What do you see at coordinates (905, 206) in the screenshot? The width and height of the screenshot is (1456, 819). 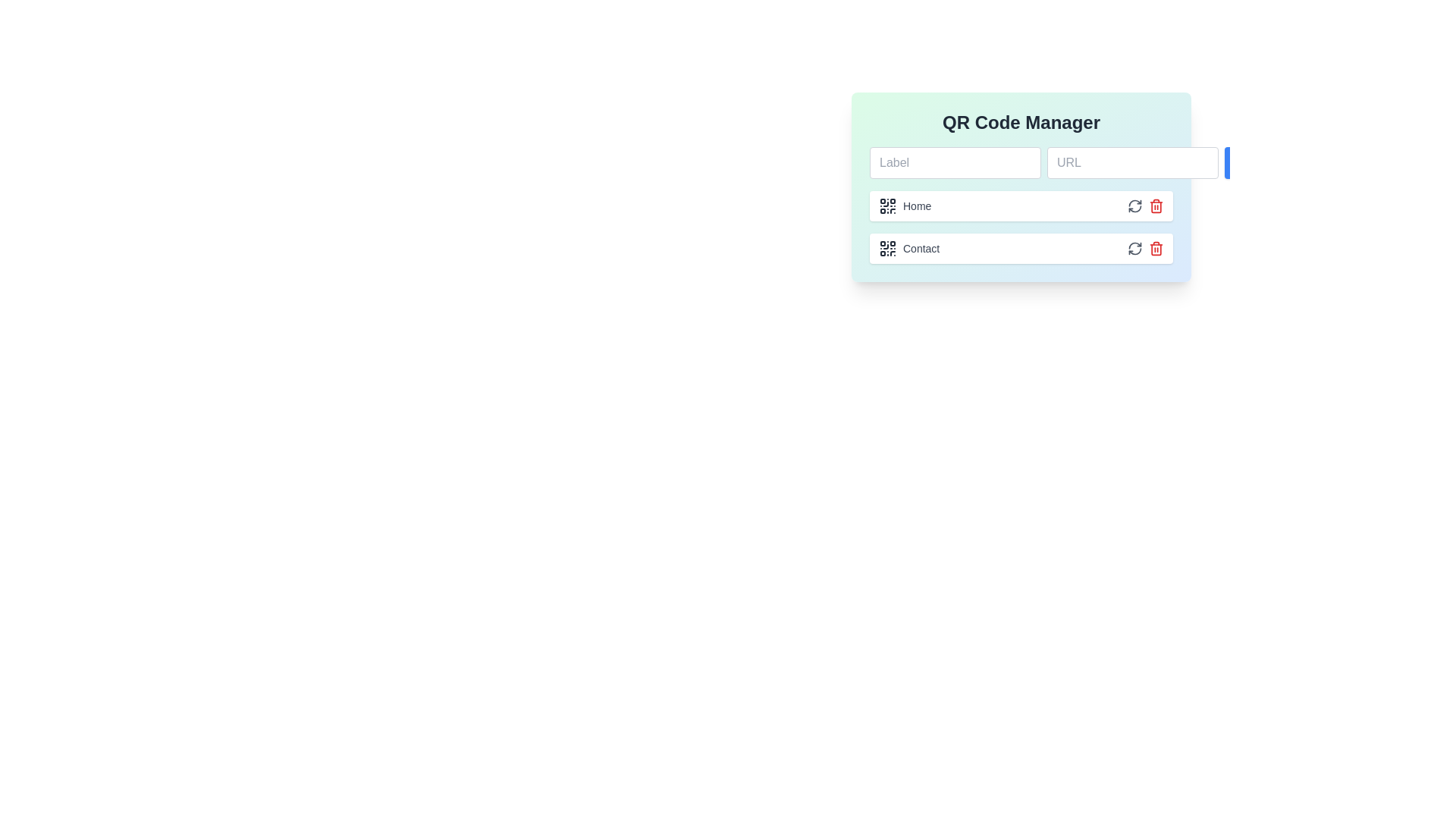 I see `the 'Home' label in the first row of the list within the 'QR Code Manager' panel, which is located directly above the 'Contact' item` at bounding box center [905, 206].